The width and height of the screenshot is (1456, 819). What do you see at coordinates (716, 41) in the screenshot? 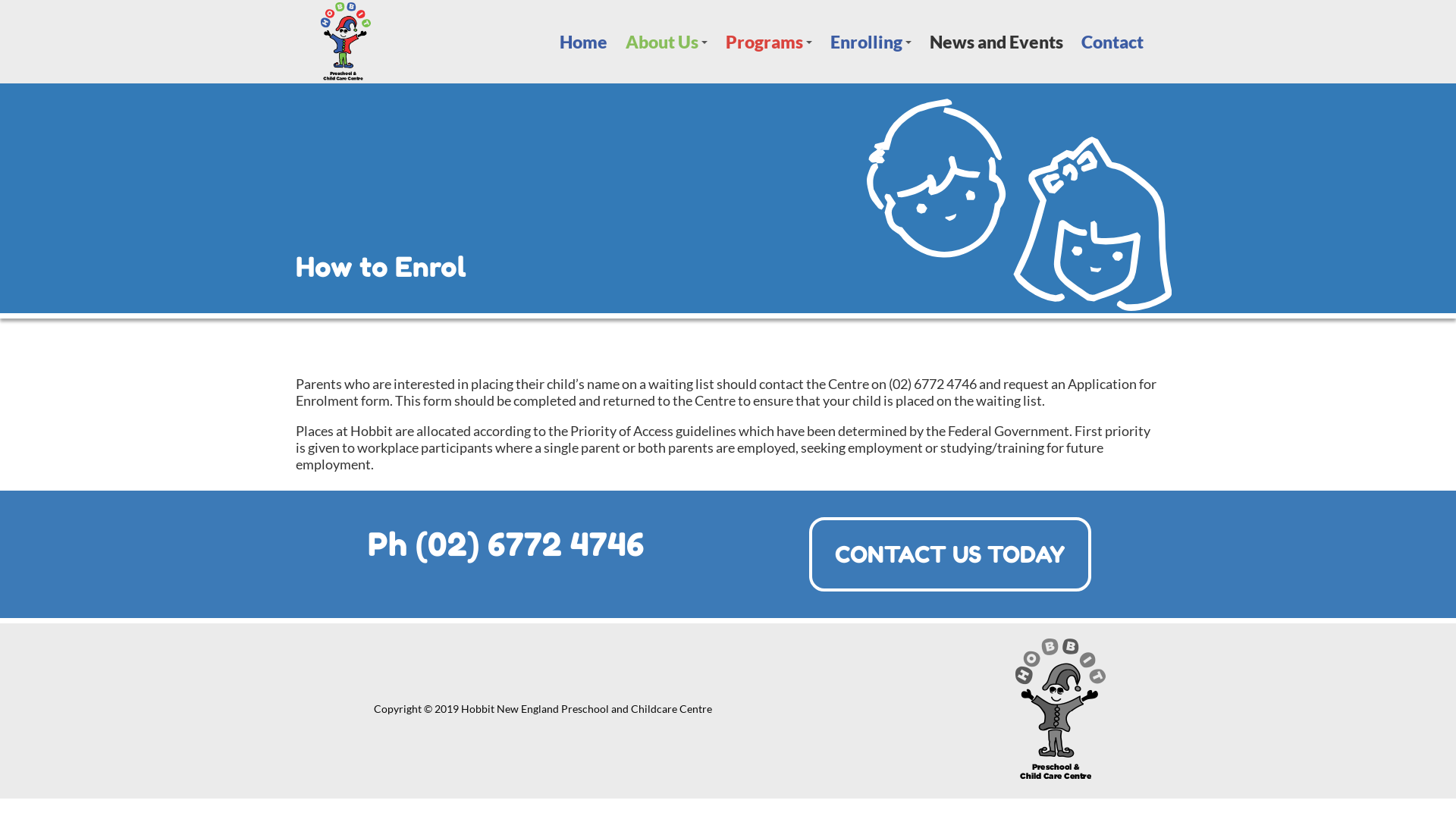
I see `'+` at bounding box center [716, 41].